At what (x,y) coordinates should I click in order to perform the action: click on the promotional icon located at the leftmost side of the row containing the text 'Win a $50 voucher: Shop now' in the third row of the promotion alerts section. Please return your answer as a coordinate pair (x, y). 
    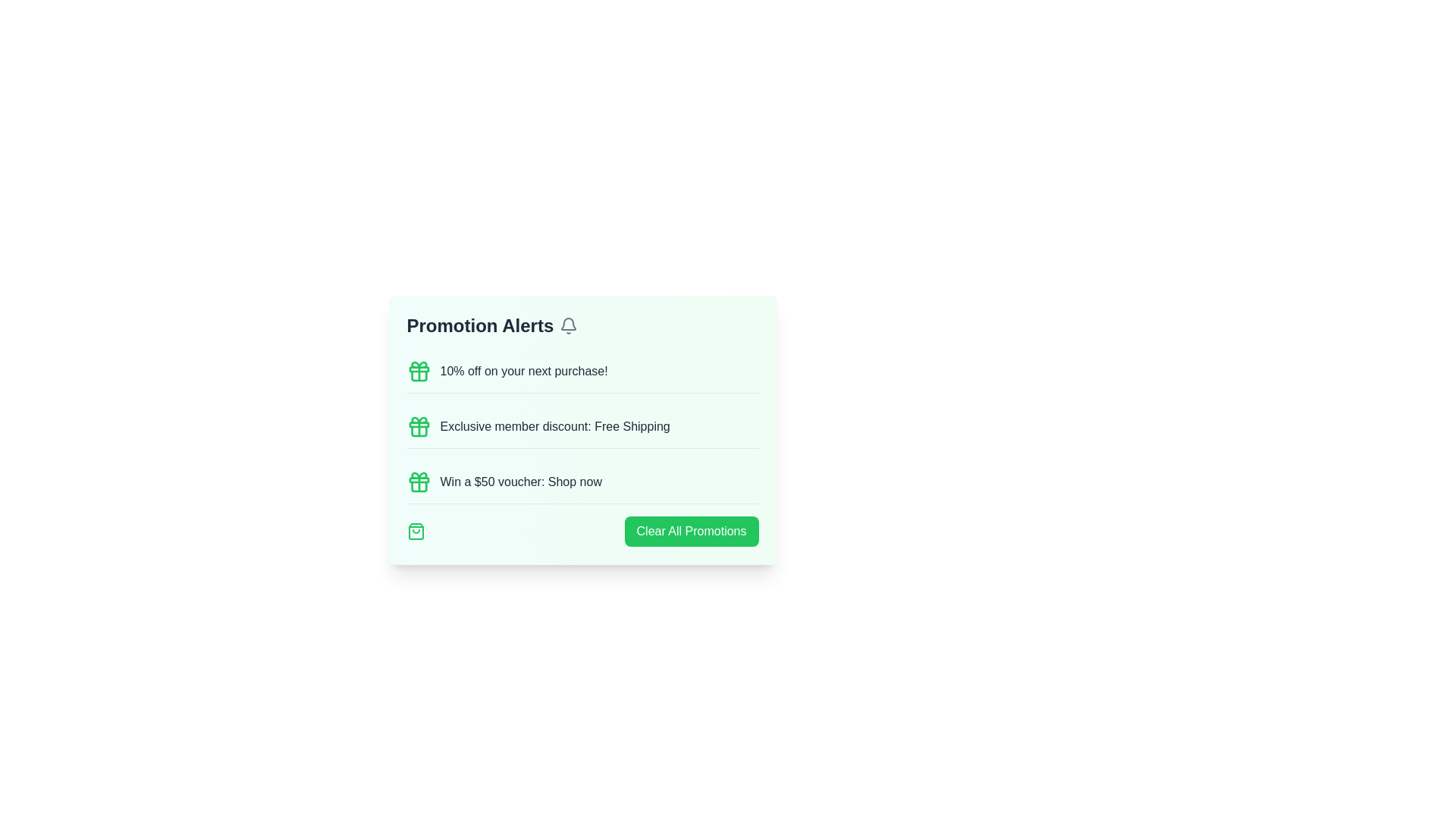
    Looking at the image, I should click on (419, 482).